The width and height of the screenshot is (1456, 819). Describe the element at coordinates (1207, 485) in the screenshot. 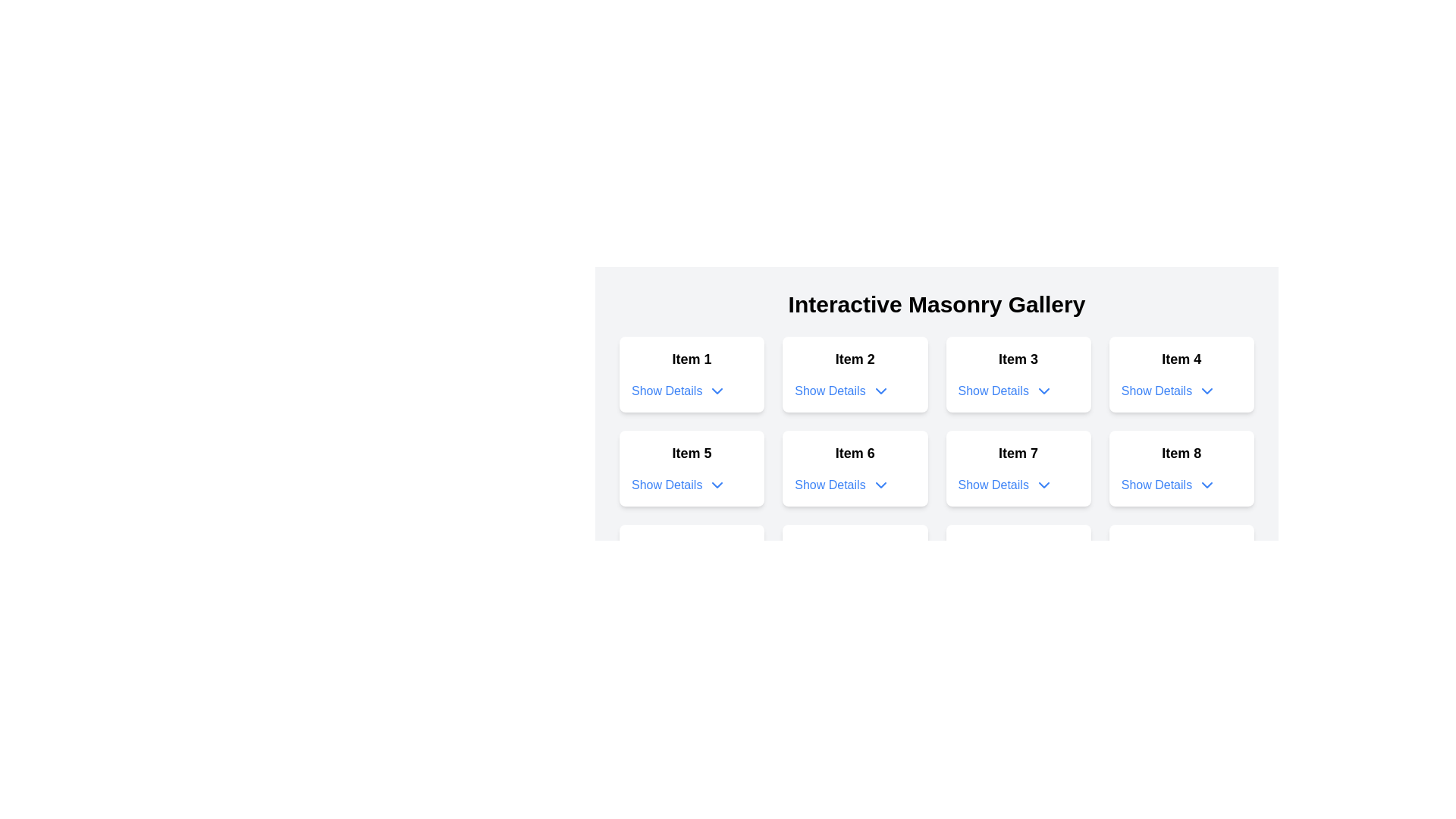

I see `the Chevron Down Icon located in the eighth section labeled 'Item 8'` at that location.